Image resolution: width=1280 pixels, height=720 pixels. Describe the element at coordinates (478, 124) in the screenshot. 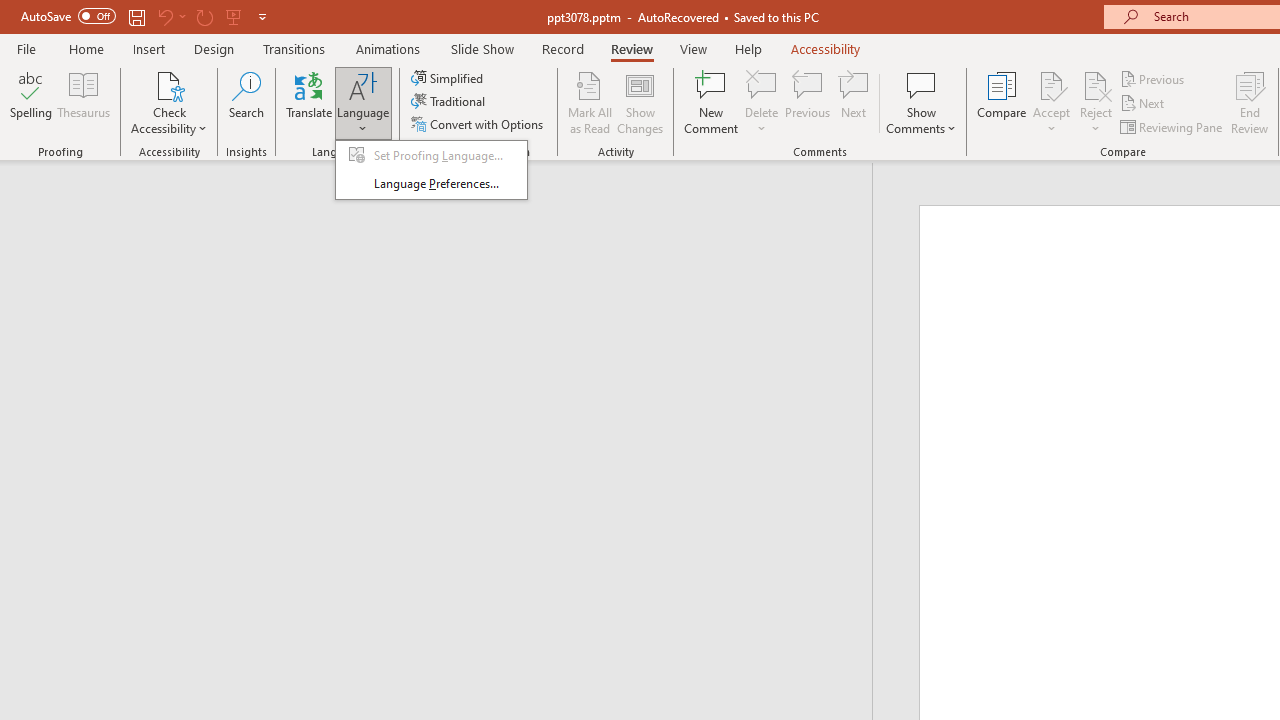

I see `'Convert with Options...'` at that location.